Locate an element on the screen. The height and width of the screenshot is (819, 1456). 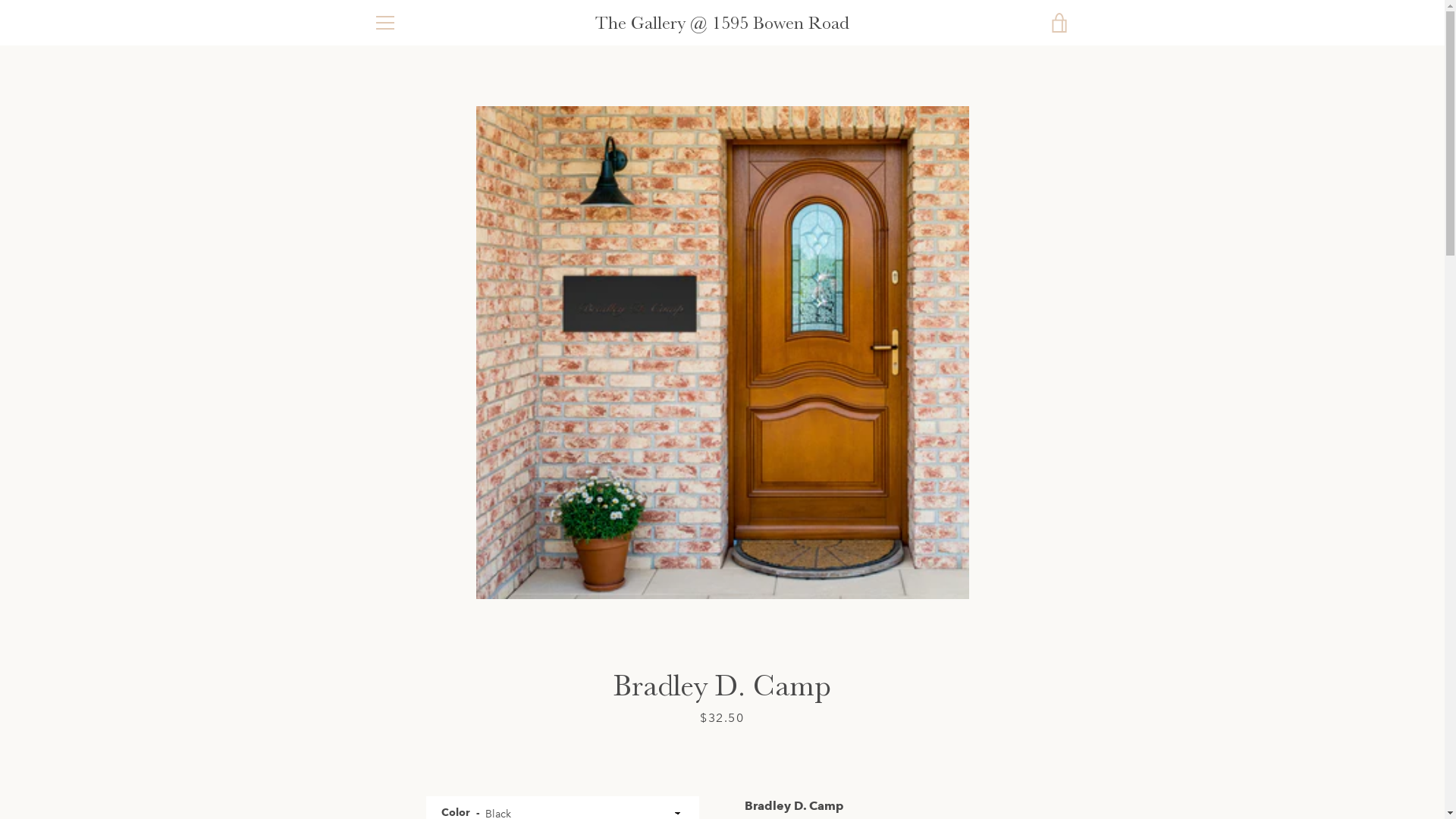
'Skip to content' is located at coordinates (0, 0).